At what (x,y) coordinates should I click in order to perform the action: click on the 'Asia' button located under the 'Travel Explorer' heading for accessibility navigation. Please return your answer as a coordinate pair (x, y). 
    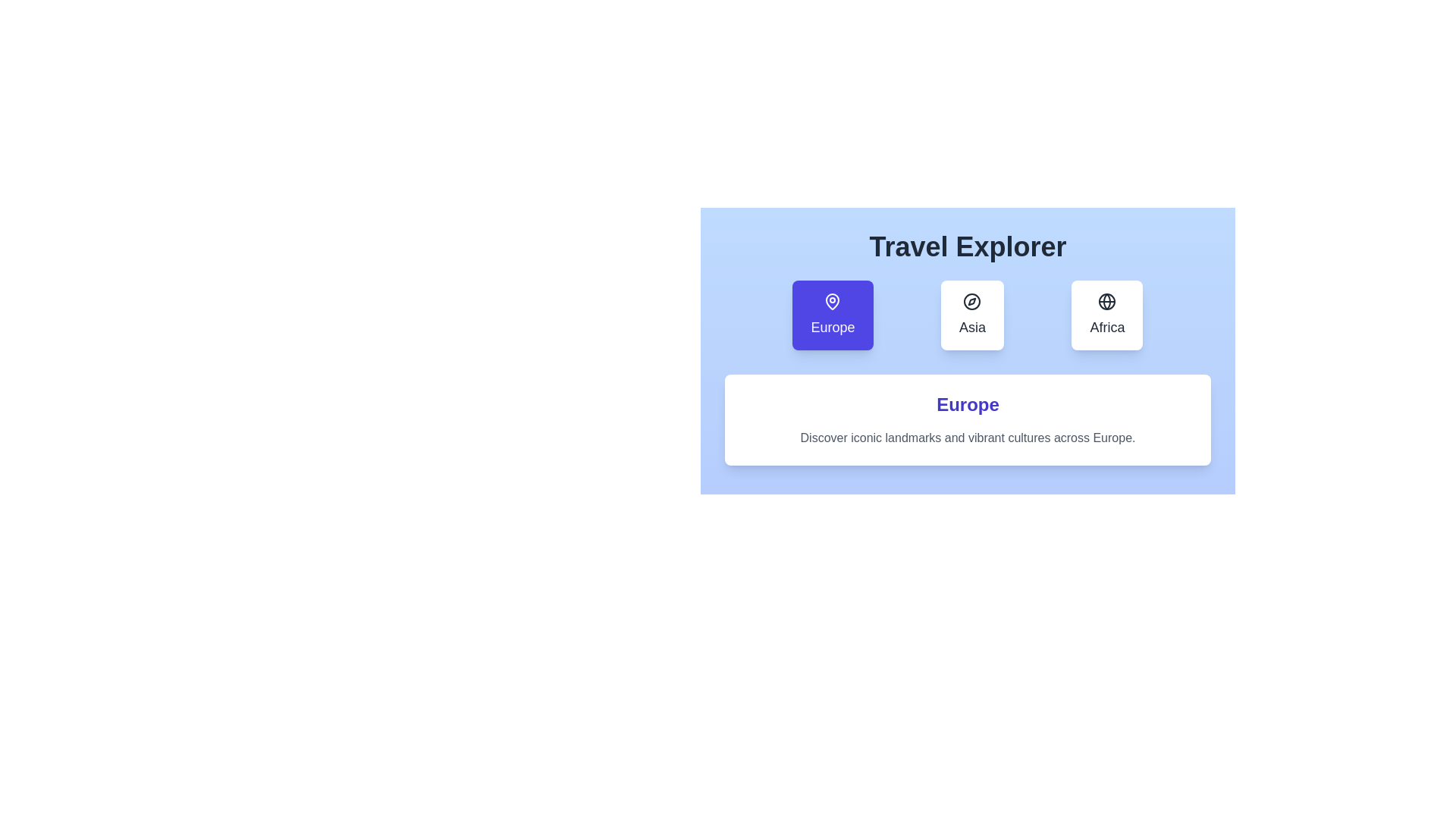
    Looking at the image, I should click on (967, 342).